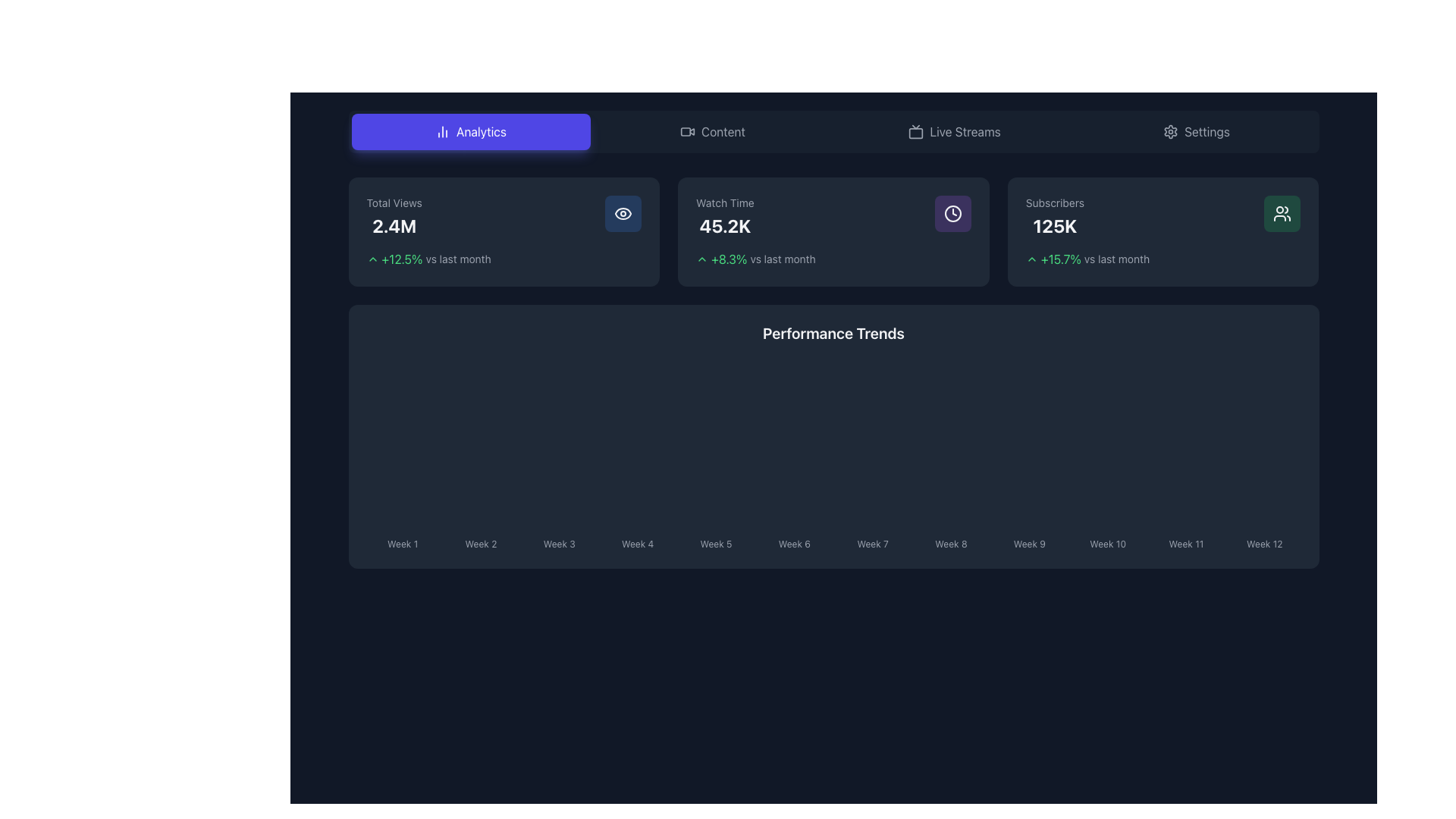 Image resolution: width=1456 pixels, height=819 pixels. Describe the element at coordinates (1170, 130) in the screenshot. I see `the 'Settings' icon located` at that location.